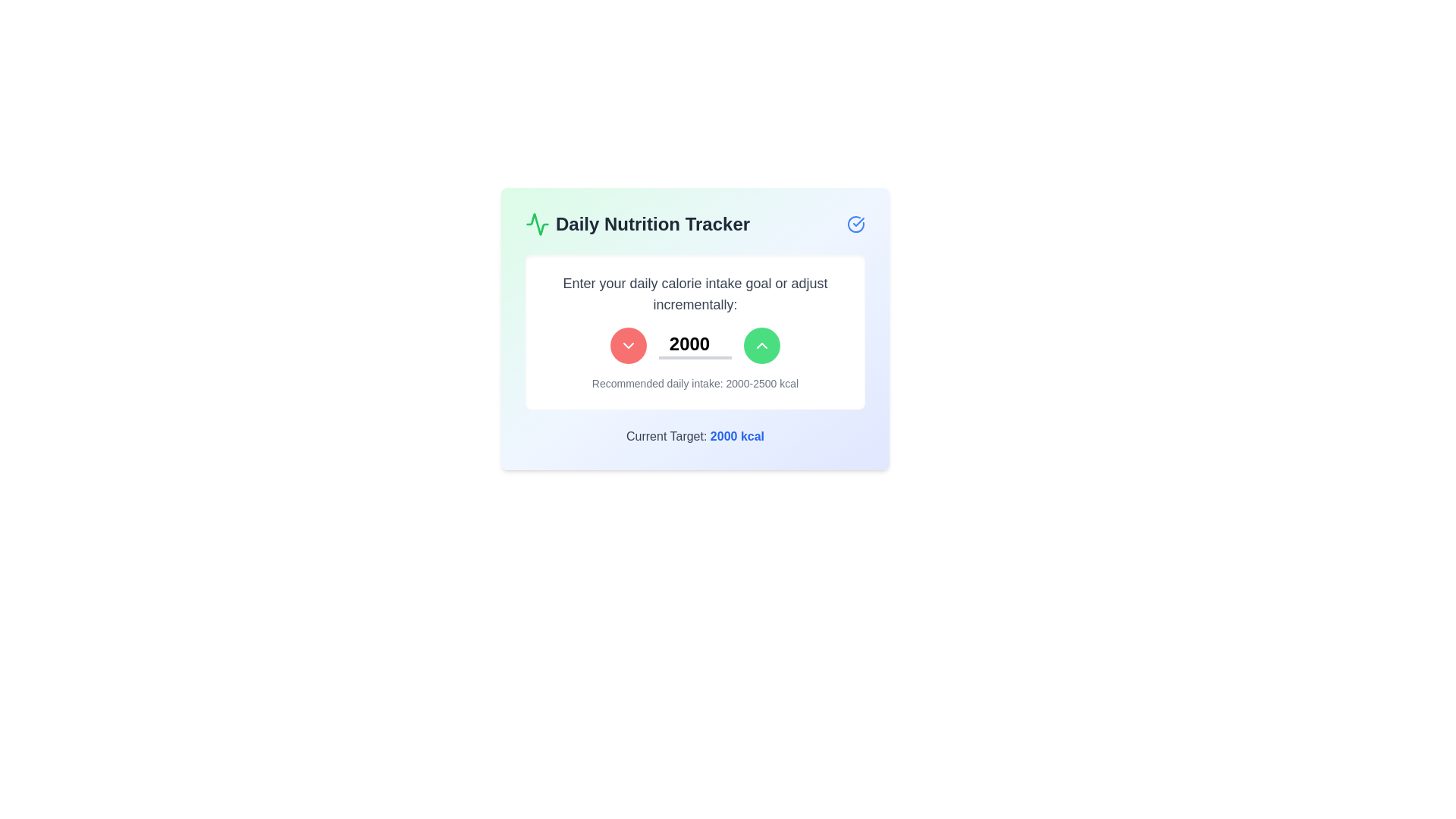  I want to click on the verification icon located at the top-right corner of the 'Daily Nutrition Tracker' card, which indicates a state of verification or completion, so click(855, 224).